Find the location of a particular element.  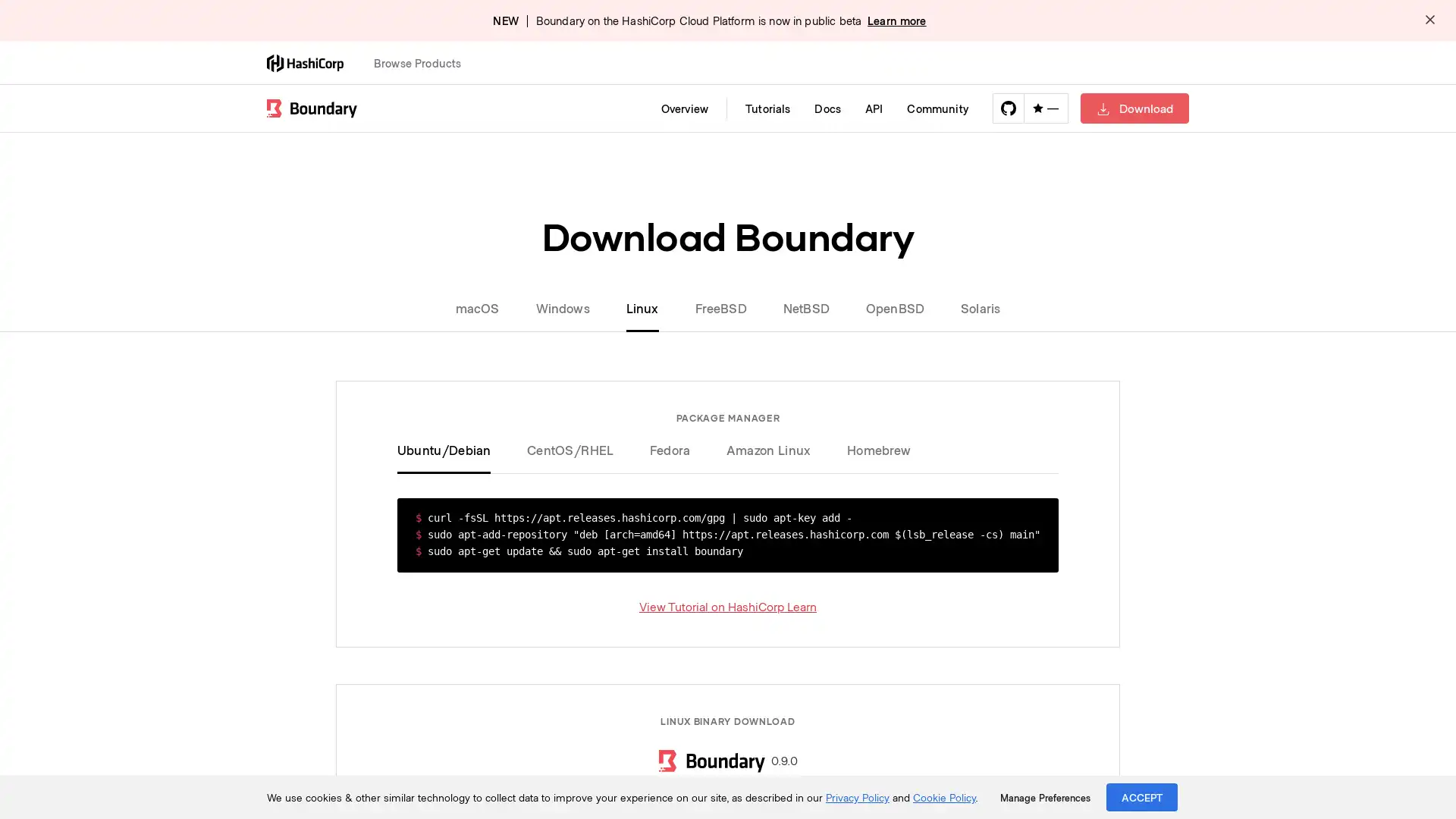

ACCEPT is located at coordinates (1142, 796).